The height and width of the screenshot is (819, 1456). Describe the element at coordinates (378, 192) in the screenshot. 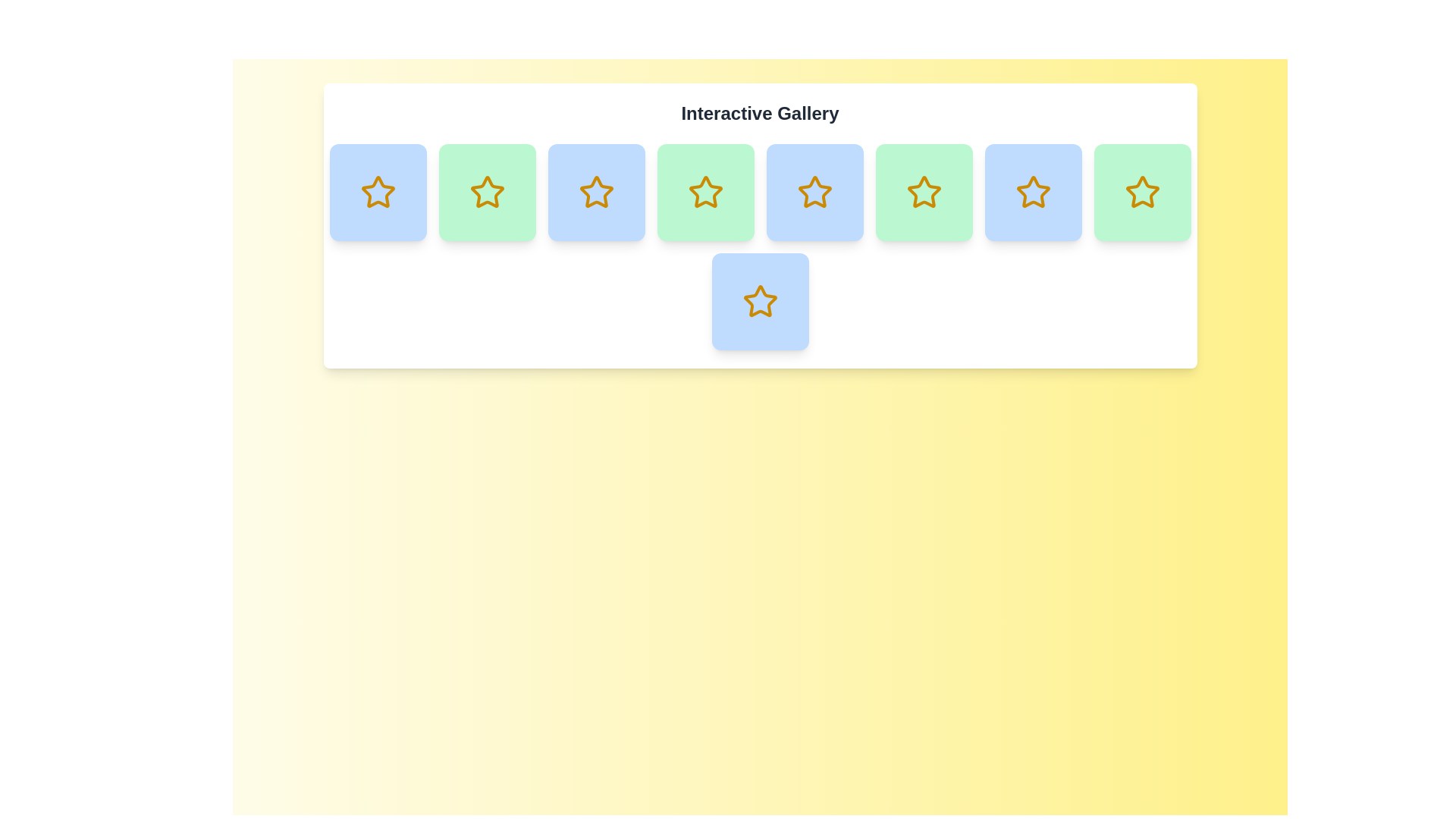

I see `the star icon element located at the top left part of the interactive gallery` at that location.